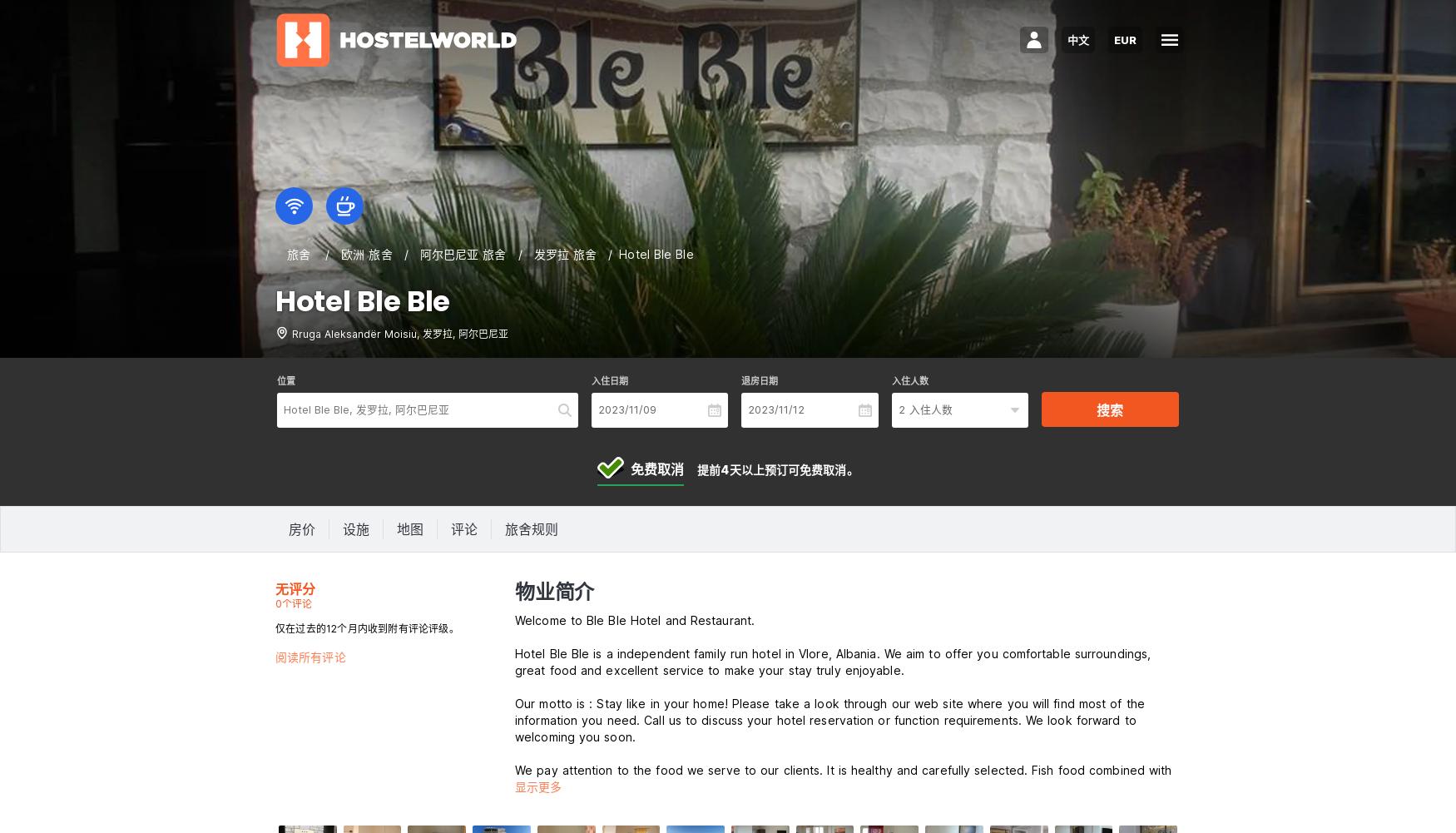 This screenshot has height=833, width=1456. Describe the element at coordinates (776, 469) in the screenshot. I see `'提前4天以上预订可免费取消。'` at that location.